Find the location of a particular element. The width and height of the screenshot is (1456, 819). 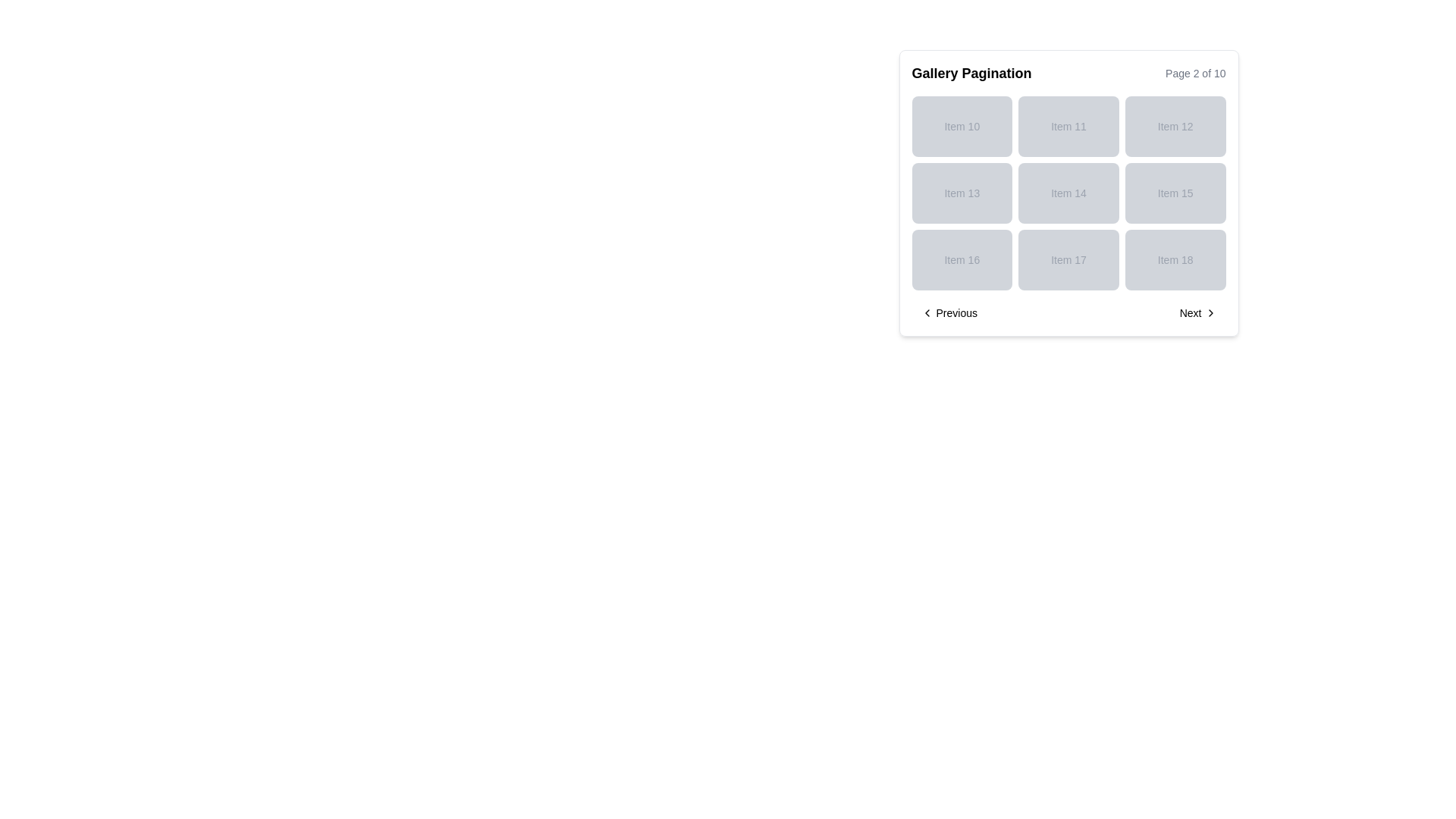

the chevron-right icon located within the 'Next' button at the bottom-right corner of the interface is located at coordinates (1210, 312).